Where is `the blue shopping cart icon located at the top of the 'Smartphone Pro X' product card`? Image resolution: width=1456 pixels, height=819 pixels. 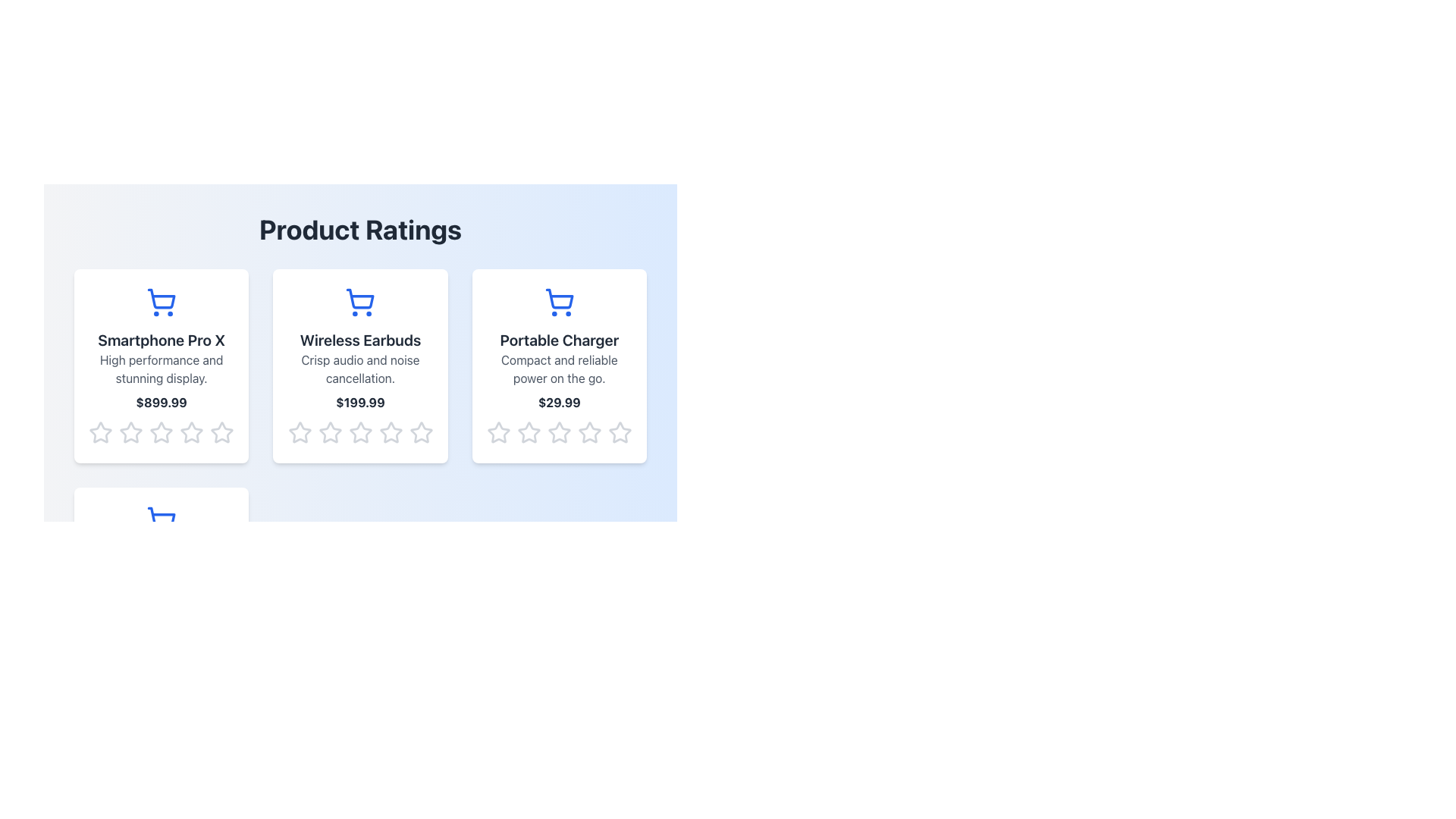
the blue shopping cart icon located at the top of the 'Smartphone Pro X' product card is located at coordinates (162, 302).